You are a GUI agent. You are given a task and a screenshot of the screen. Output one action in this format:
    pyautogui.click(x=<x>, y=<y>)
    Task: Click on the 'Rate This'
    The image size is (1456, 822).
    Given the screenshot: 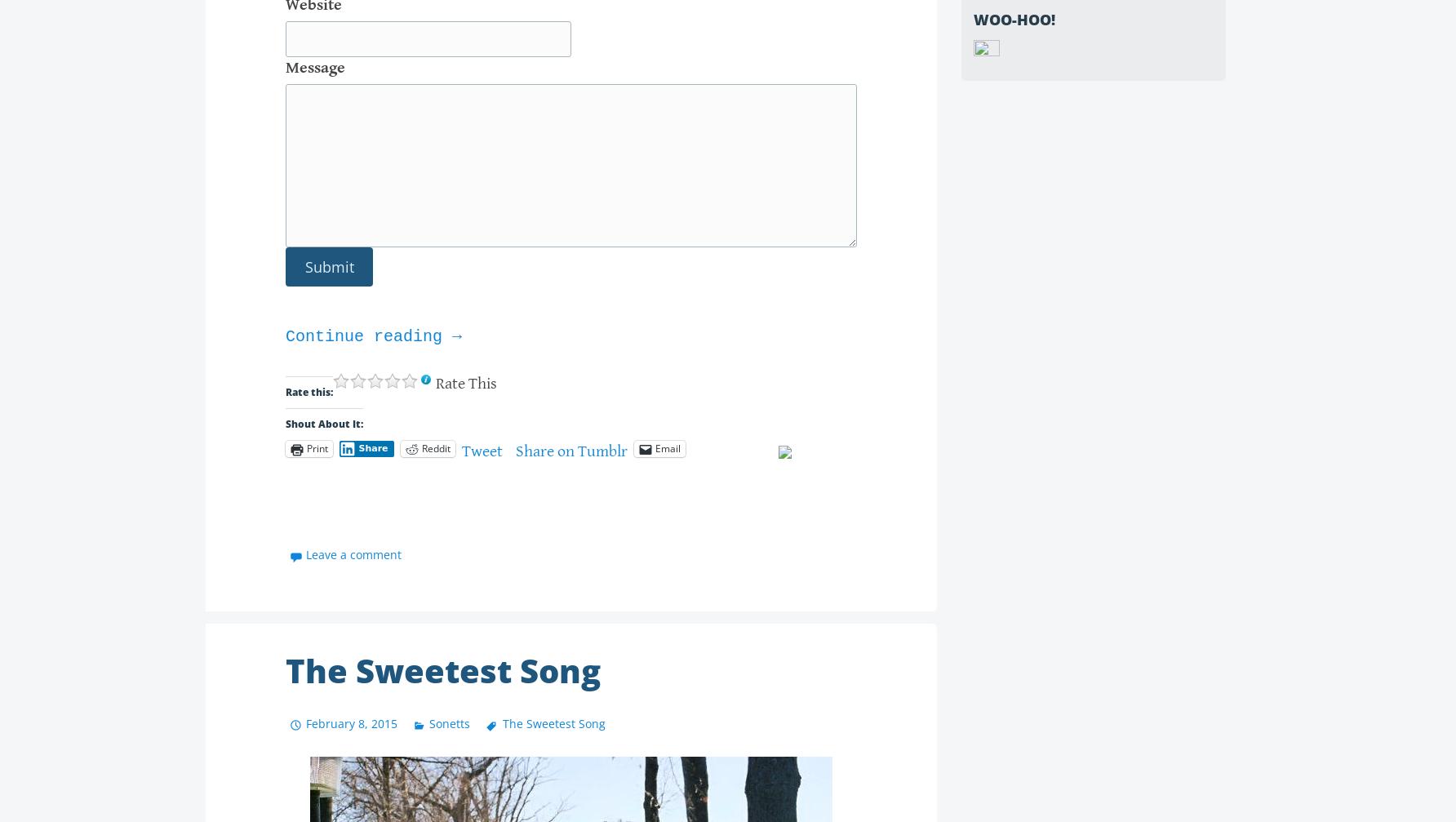 What is the action you would take?
    pyautogui.click(x=465, y=383)
    